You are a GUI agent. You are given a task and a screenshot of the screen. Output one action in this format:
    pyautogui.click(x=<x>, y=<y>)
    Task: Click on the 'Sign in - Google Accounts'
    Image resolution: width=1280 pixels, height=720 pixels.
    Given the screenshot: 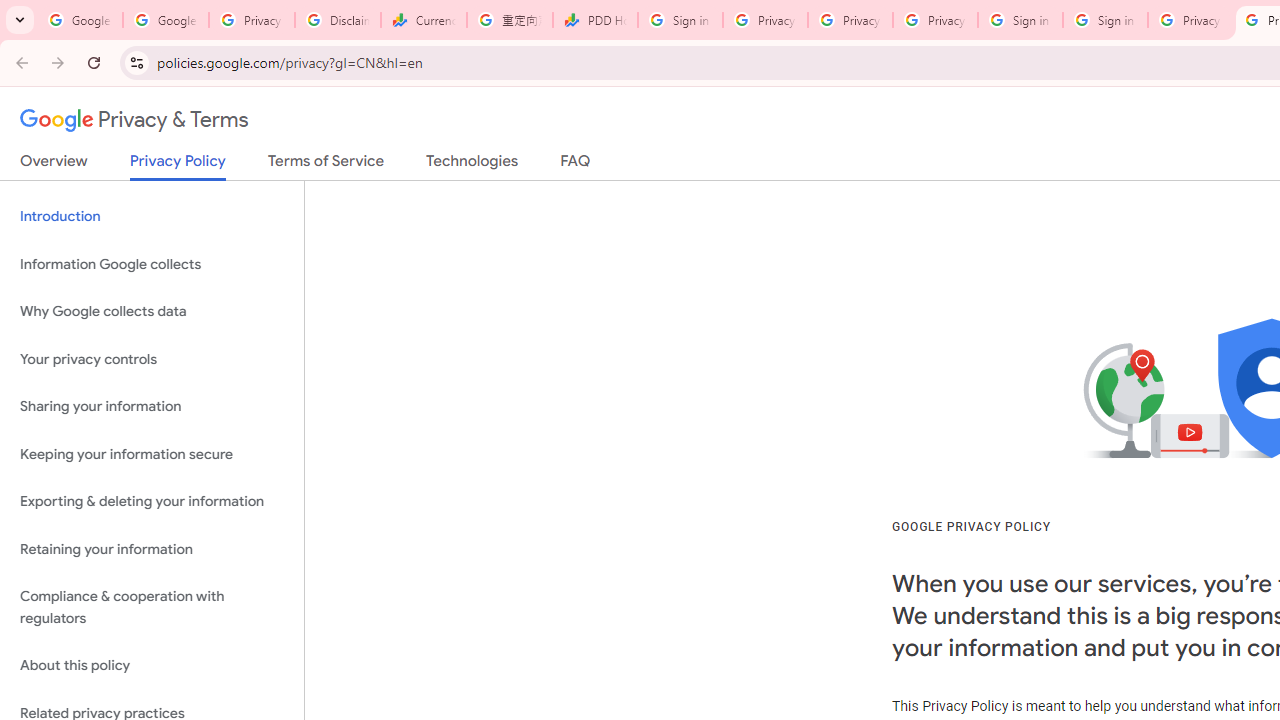 What is the action you would take?
    pyautogui.click(x=1104, y=20)
    